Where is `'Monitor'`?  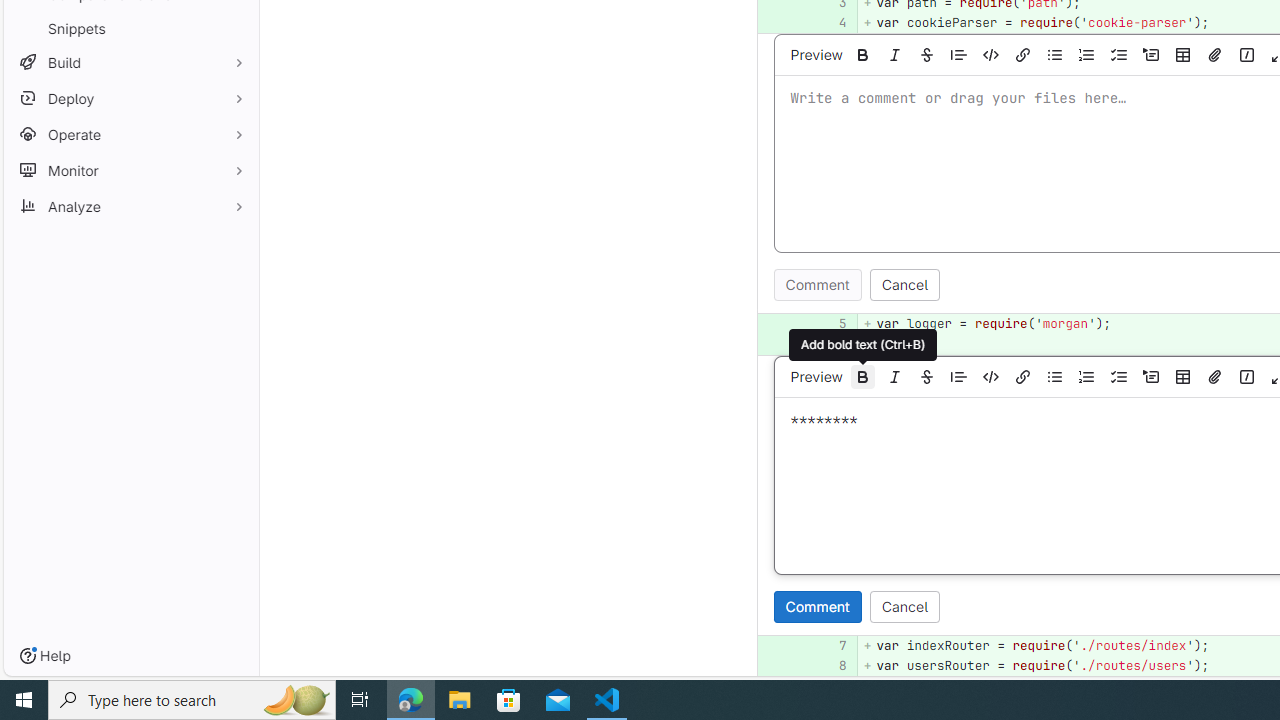 'Monitor' is located at coordinates (130, 169).